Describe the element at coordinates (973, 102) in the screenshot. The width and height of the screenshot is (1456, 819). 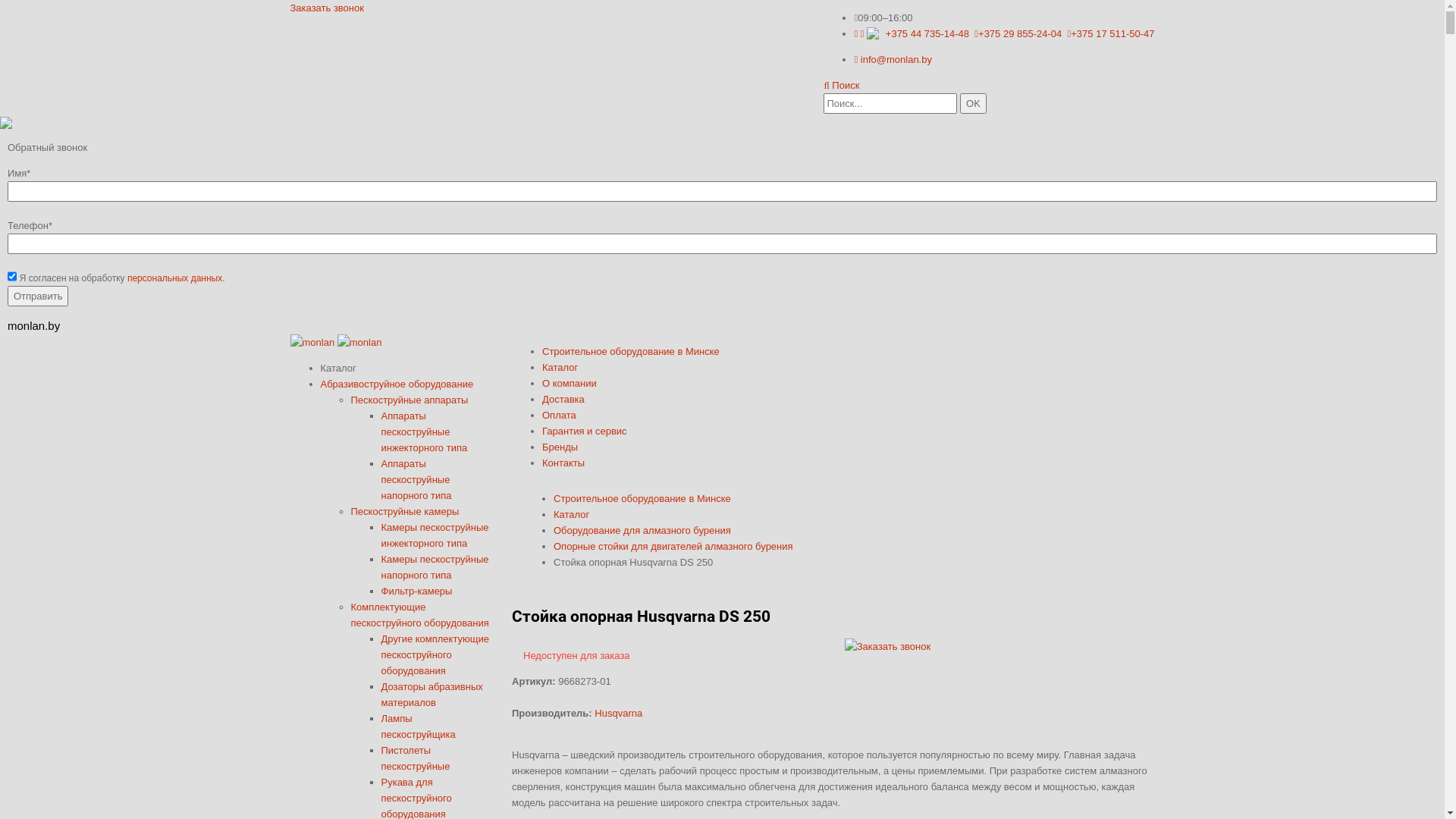
I see `'OK'` at that location.